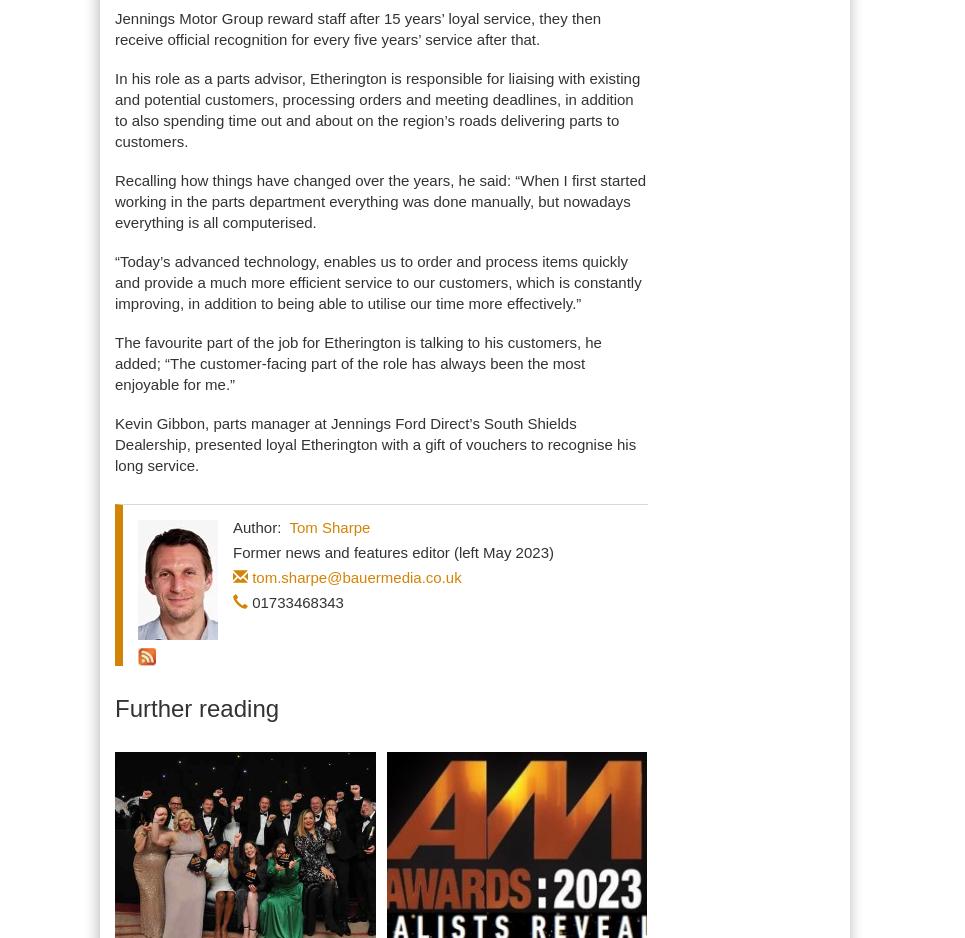 This screenshot has height=938, width=965. What do you see at coordinates (115, 707) in the screenshot?
I see `'Further reading'` at bounding box center [115, 707].